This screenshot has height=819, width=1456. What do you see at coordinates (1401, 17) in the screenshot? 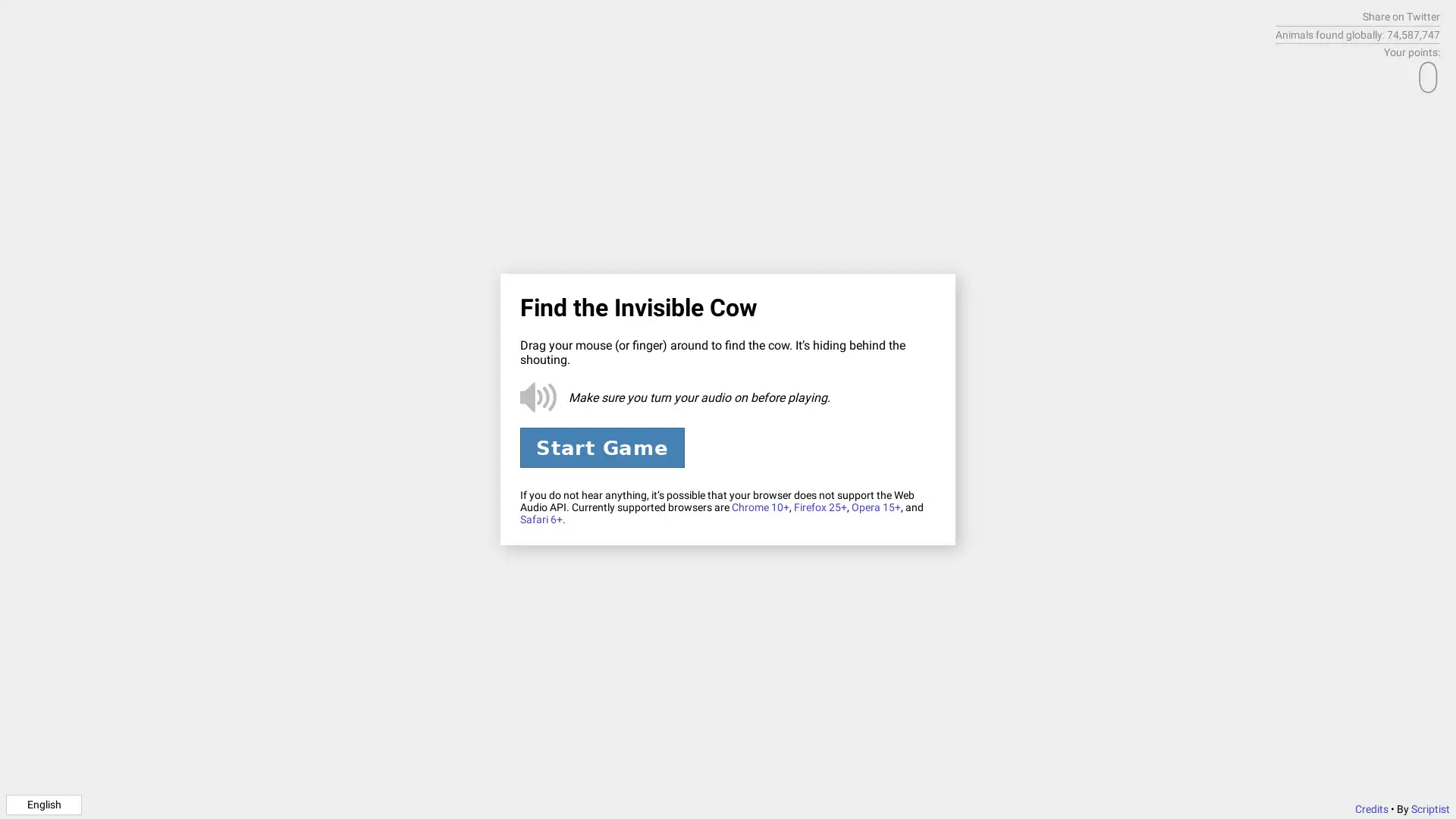
I see `Share on Twitter` at bounding box center [1401, 17].